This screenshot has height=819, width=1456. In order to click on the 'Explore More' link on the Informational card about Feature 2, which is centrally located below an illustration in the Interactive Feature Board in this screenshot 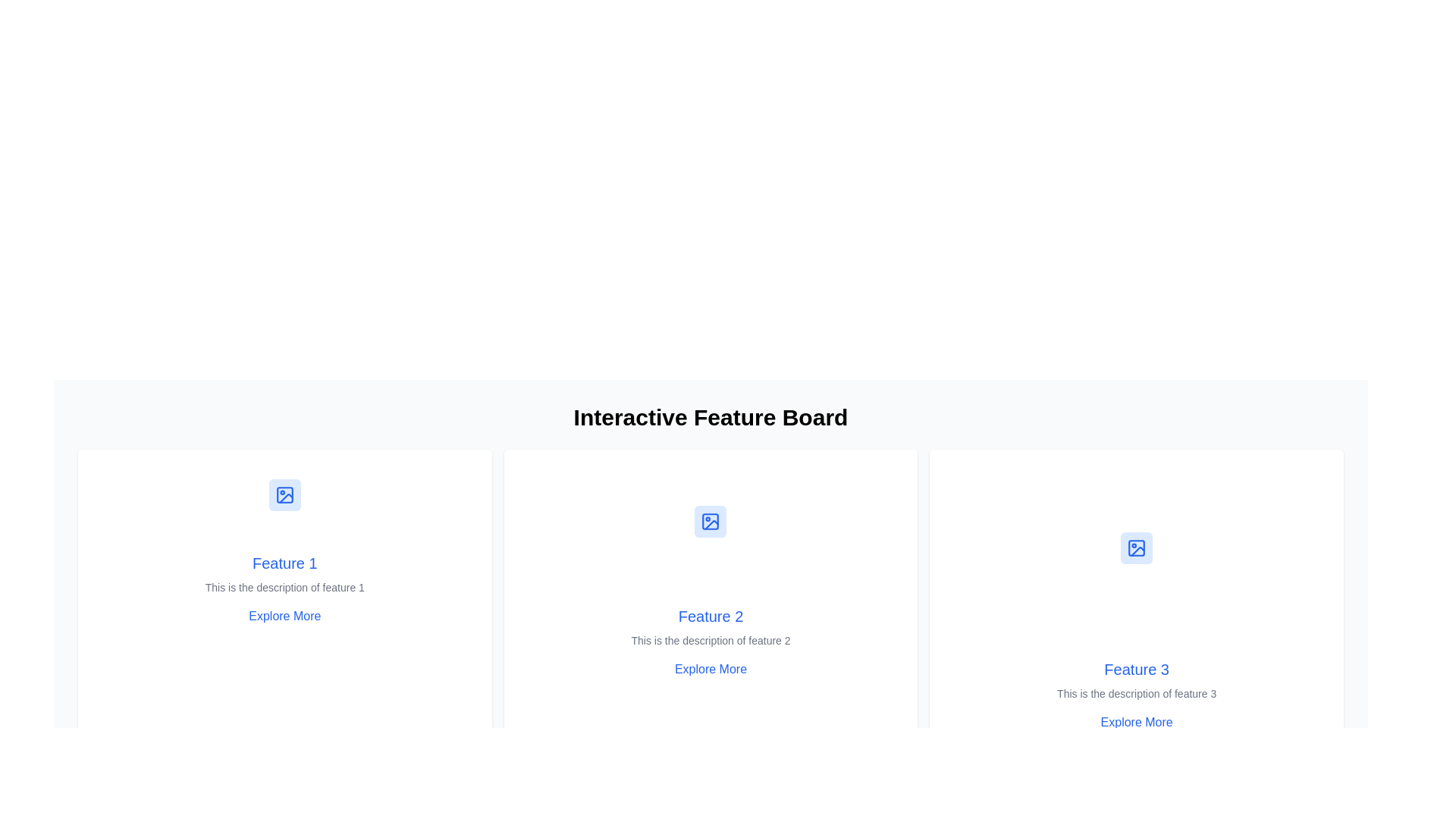, I will do `click(709, 642)`.